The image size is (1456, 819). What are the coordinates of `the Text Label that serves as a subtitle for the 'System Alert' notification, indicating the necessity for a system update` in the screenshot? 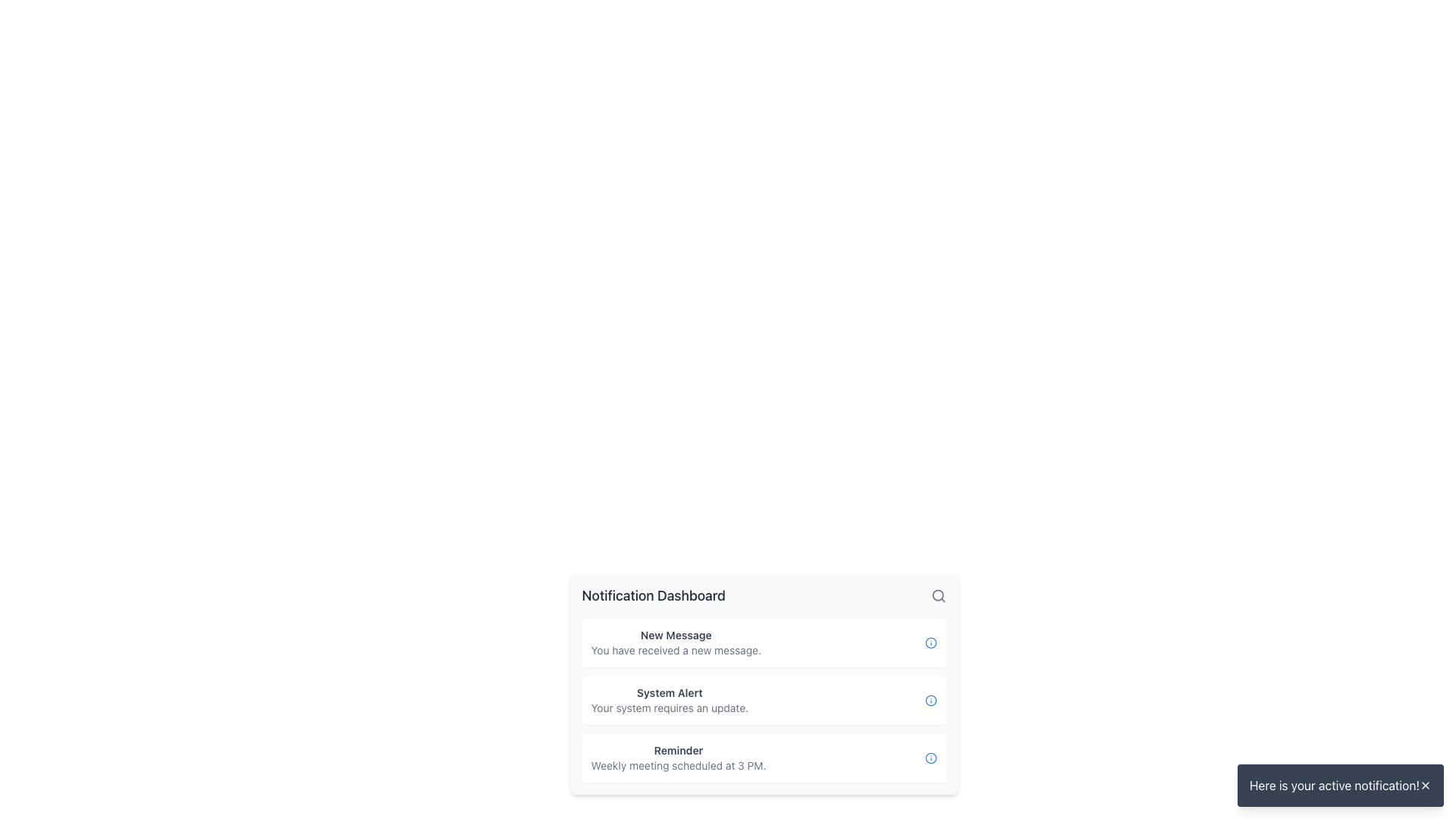 It's located at (669, 708).